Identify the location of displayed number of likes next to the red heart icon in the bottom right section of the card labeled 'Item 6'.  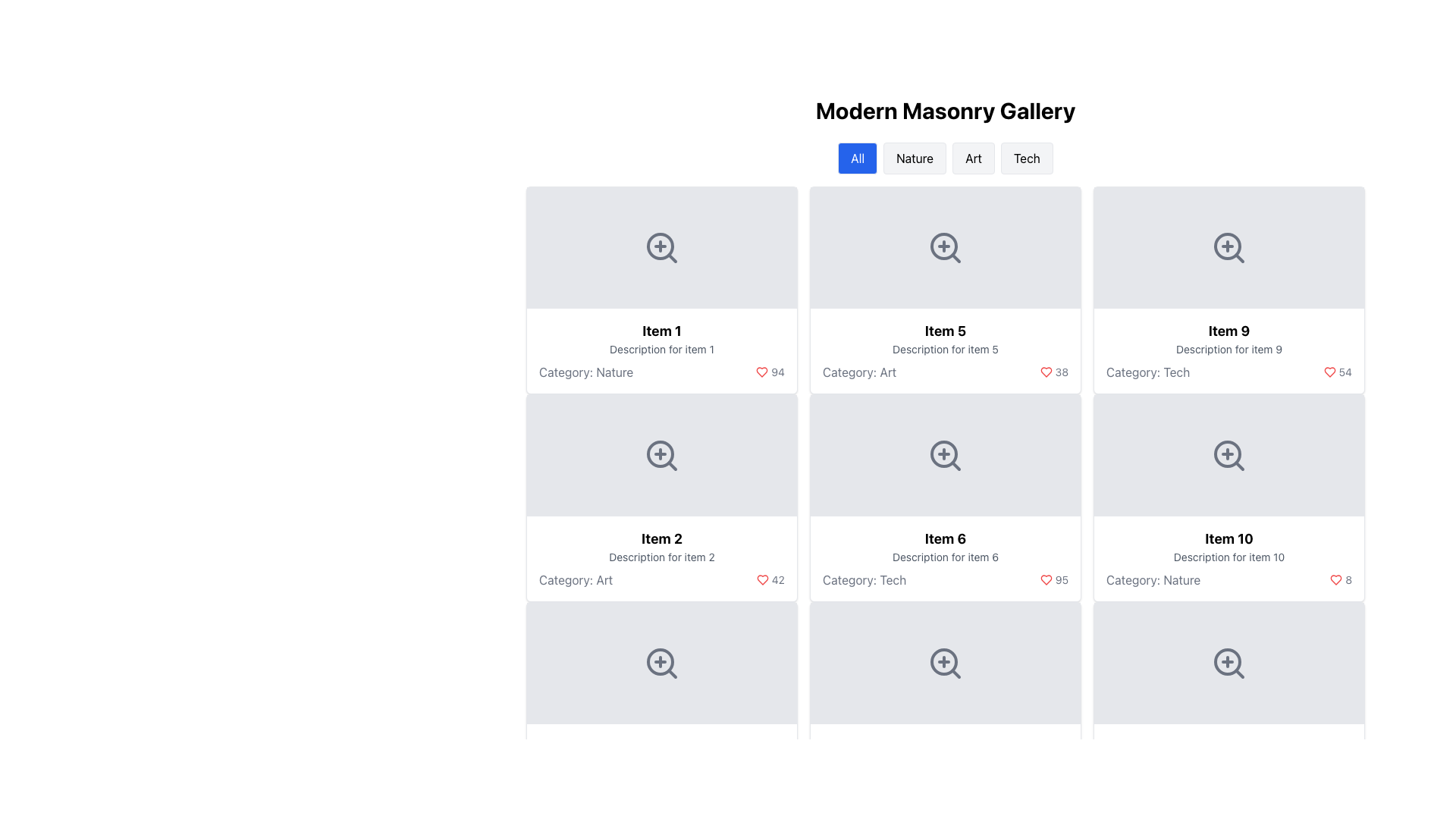
(1061, 579).